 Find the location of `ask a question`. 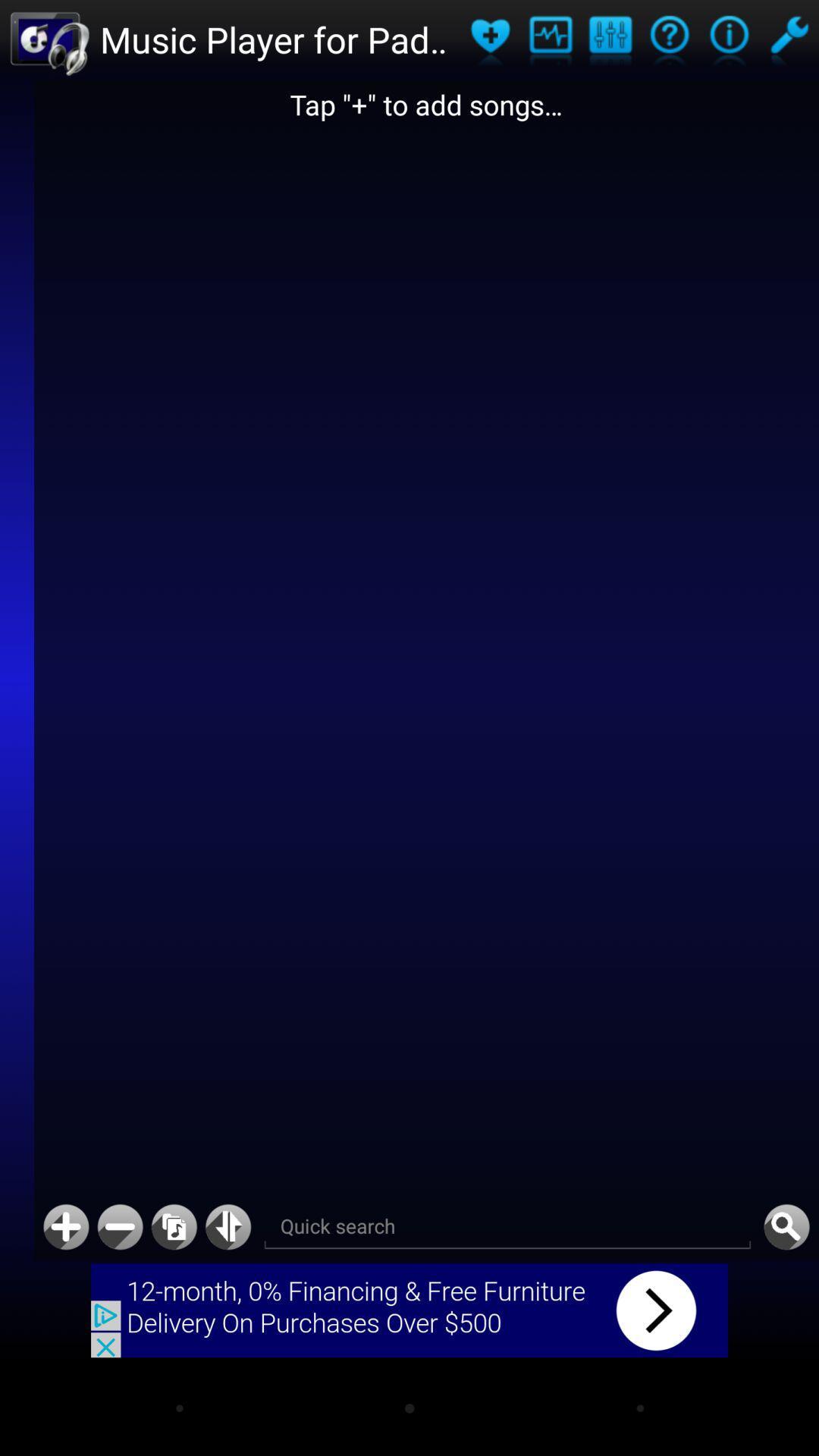

ask a question is located at coordinates (669, 39).